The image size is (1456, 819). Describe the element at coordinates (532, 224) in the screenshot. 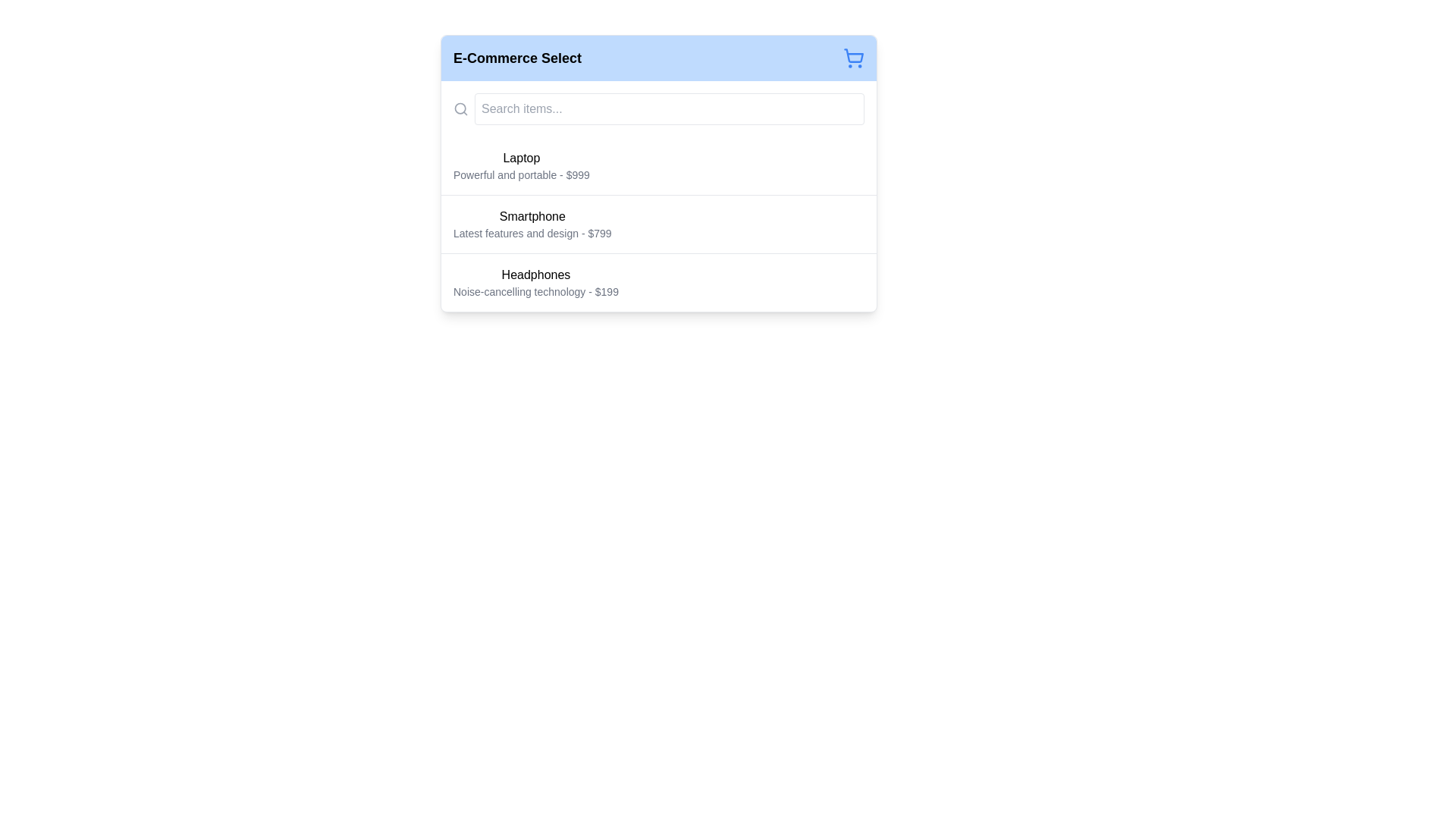

I see `the second item in the 'E-Commerce Select' dropdown menu, which represents a product in the list` at that location.